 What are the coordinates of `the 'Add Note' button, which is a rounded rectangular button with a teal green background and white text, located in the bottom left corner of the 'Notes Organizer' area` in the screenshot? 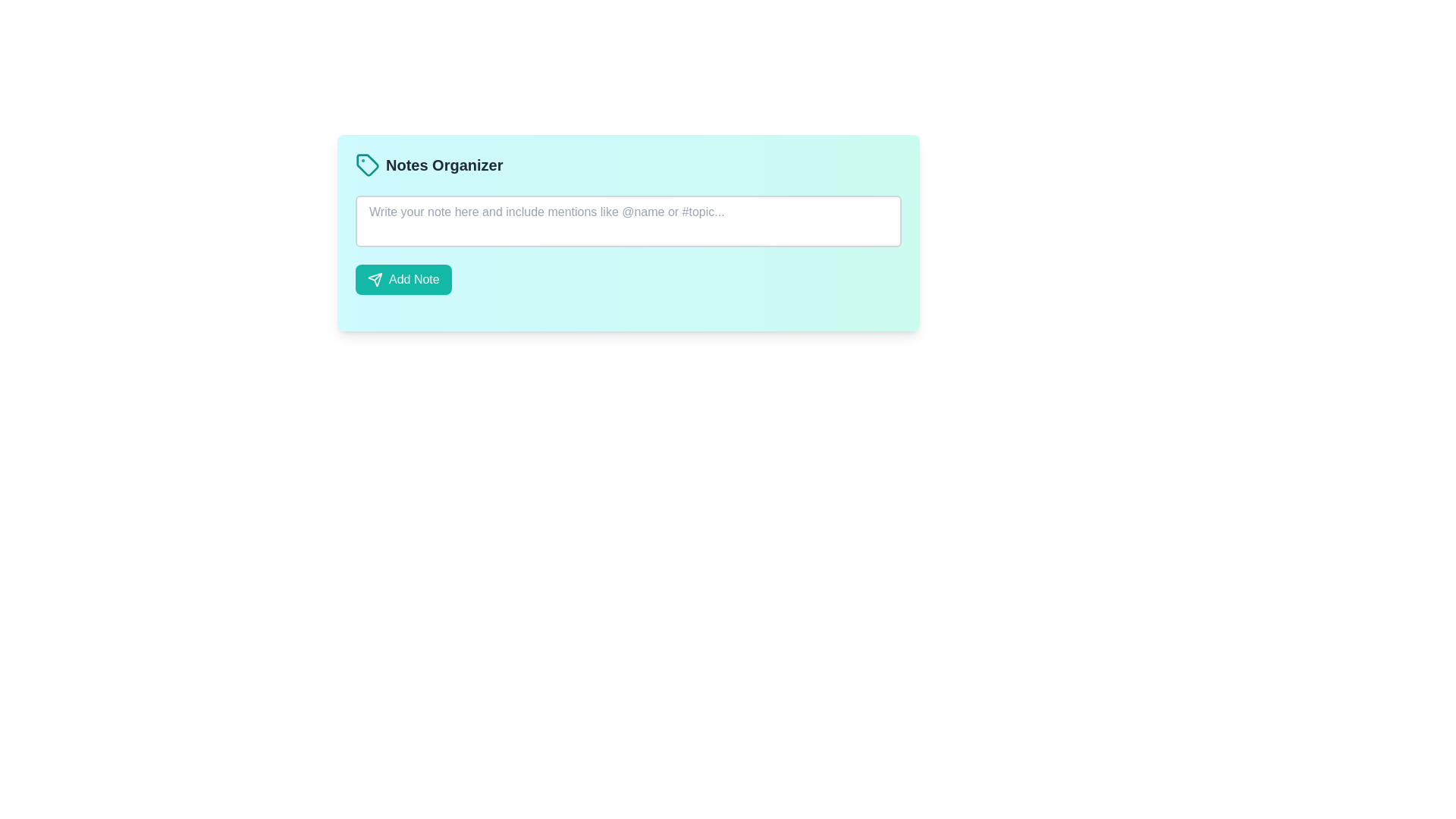 It's located at (403, 280).